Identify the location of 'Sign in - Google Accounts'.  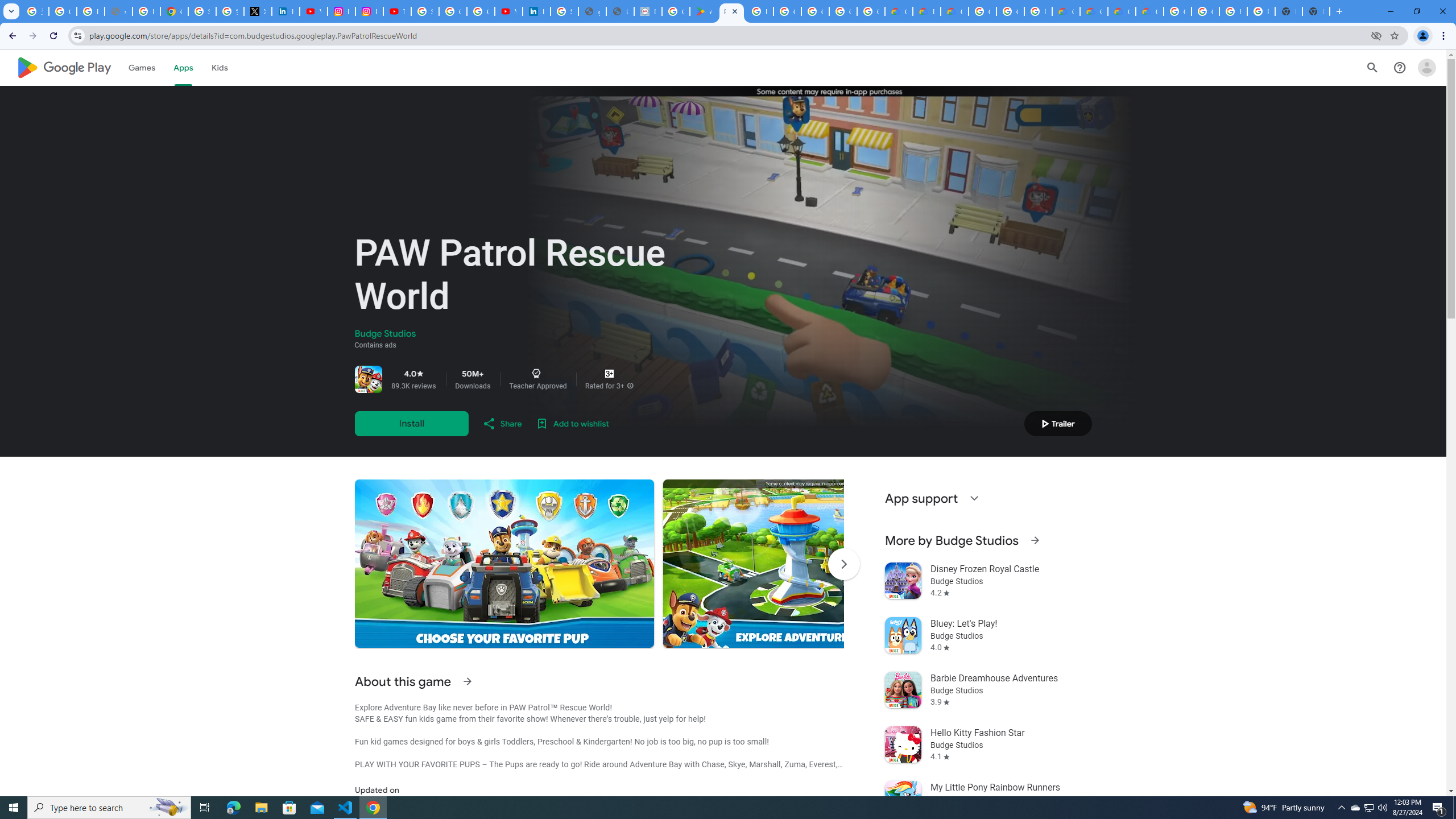
(201, 11).